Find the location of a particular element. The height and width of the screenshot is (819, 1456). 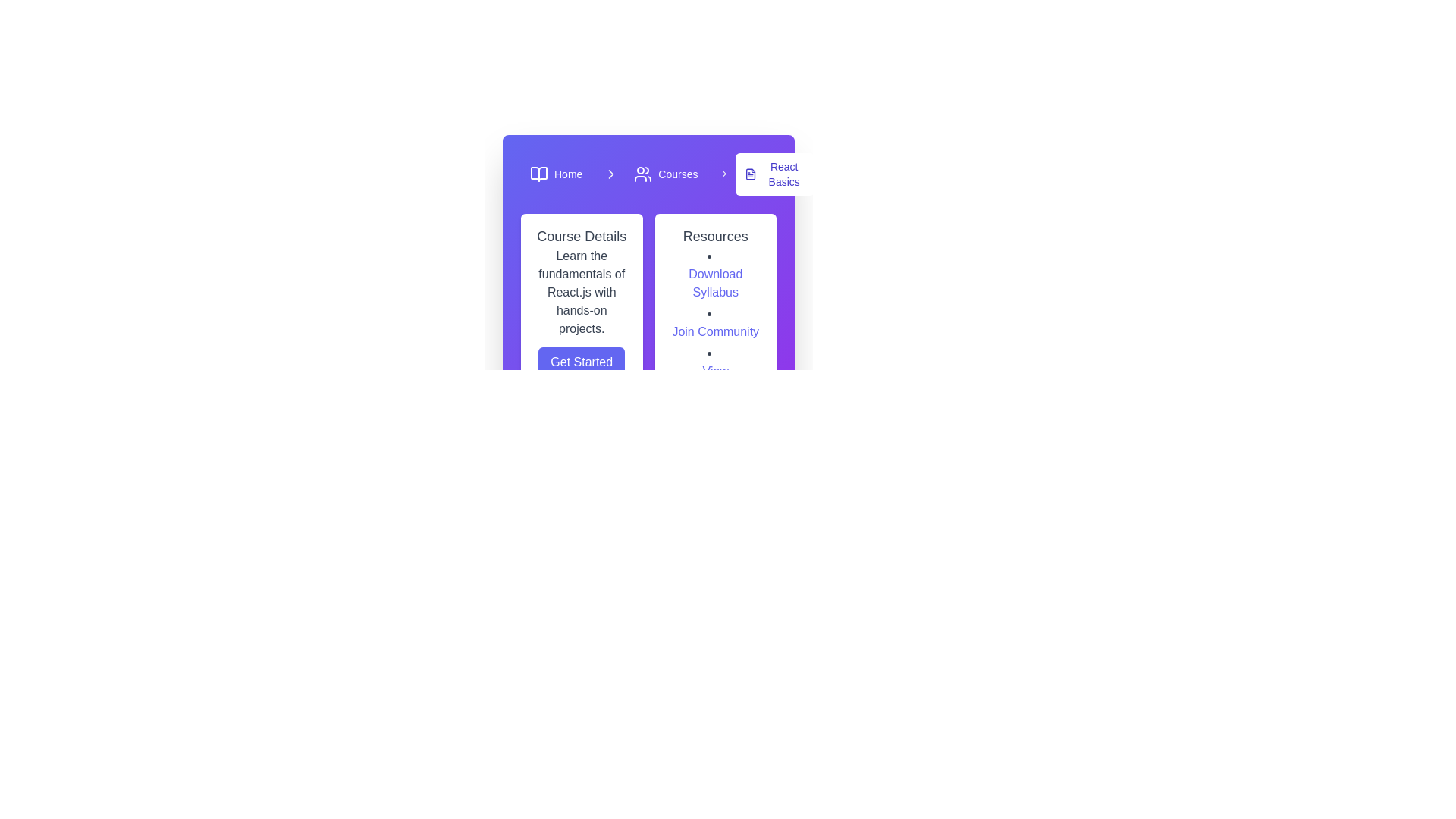

the 'Download Syllabus' hyperlink, which is styled in blue and underlined on hover, located centrally in the 'Resources' section of the right-hand card is located at coordinates (714, 284).